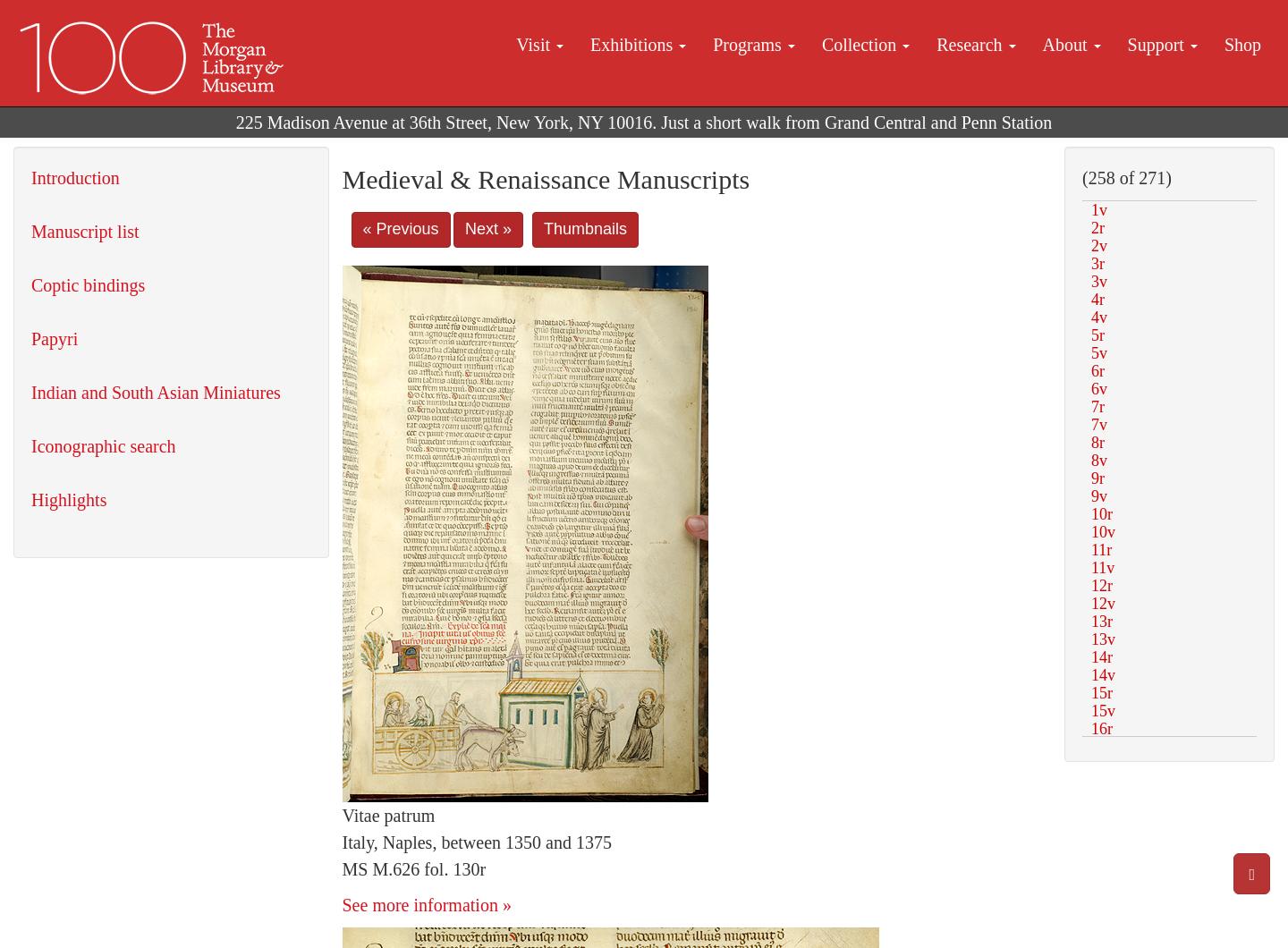  Describe the element at coordinates (544, 178) in the screenshot. I see `'Medieval & Renaissance Manuscripts'` at that location.